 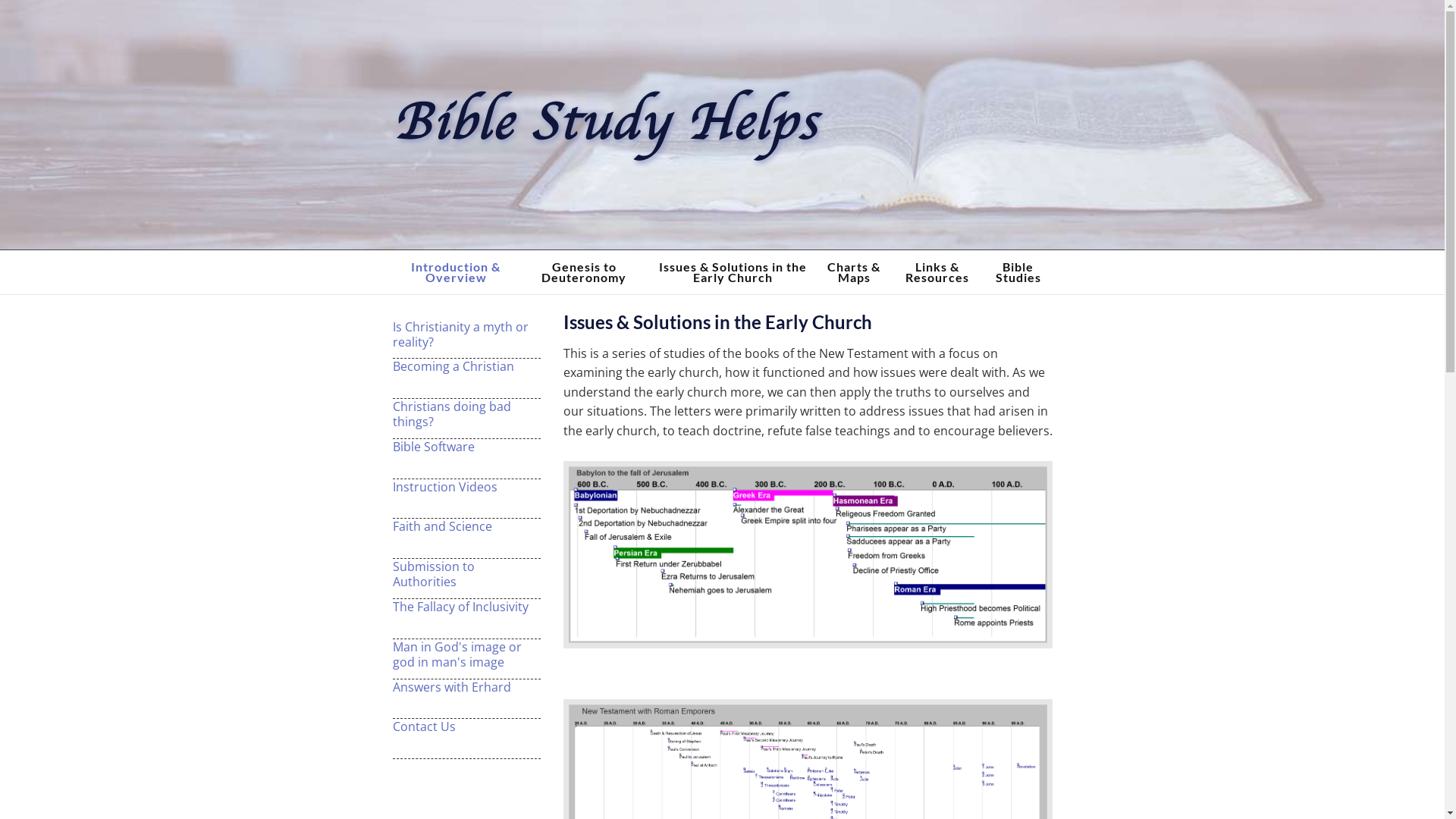 What do you see at coordinates (466, 332) in the screenshot?
I see `'Is Christianity a myth or reality?'` at bounding box center [466, 332].